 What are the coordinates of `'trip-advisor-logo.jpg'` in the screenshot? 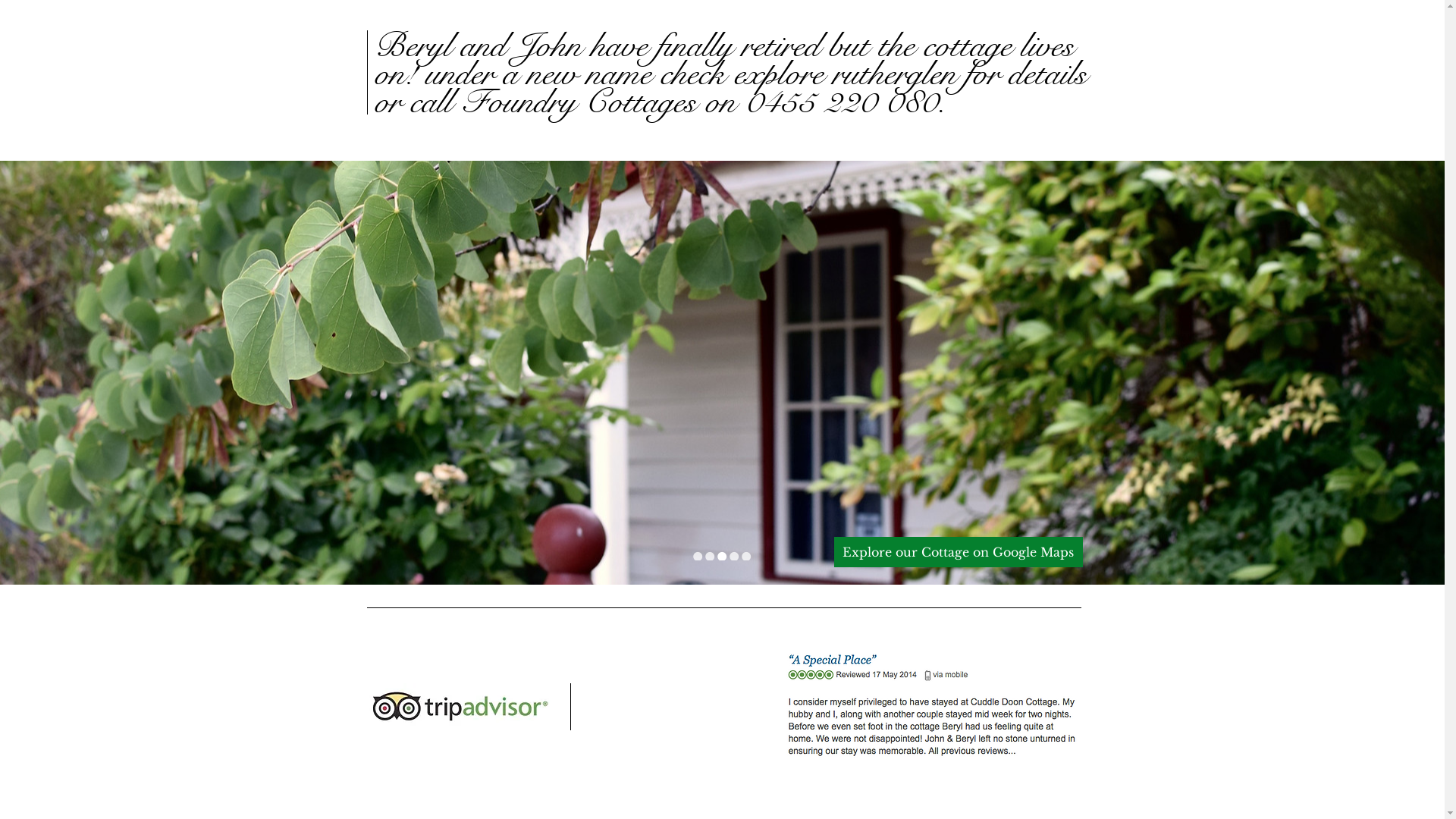 It's located at (460, 707).